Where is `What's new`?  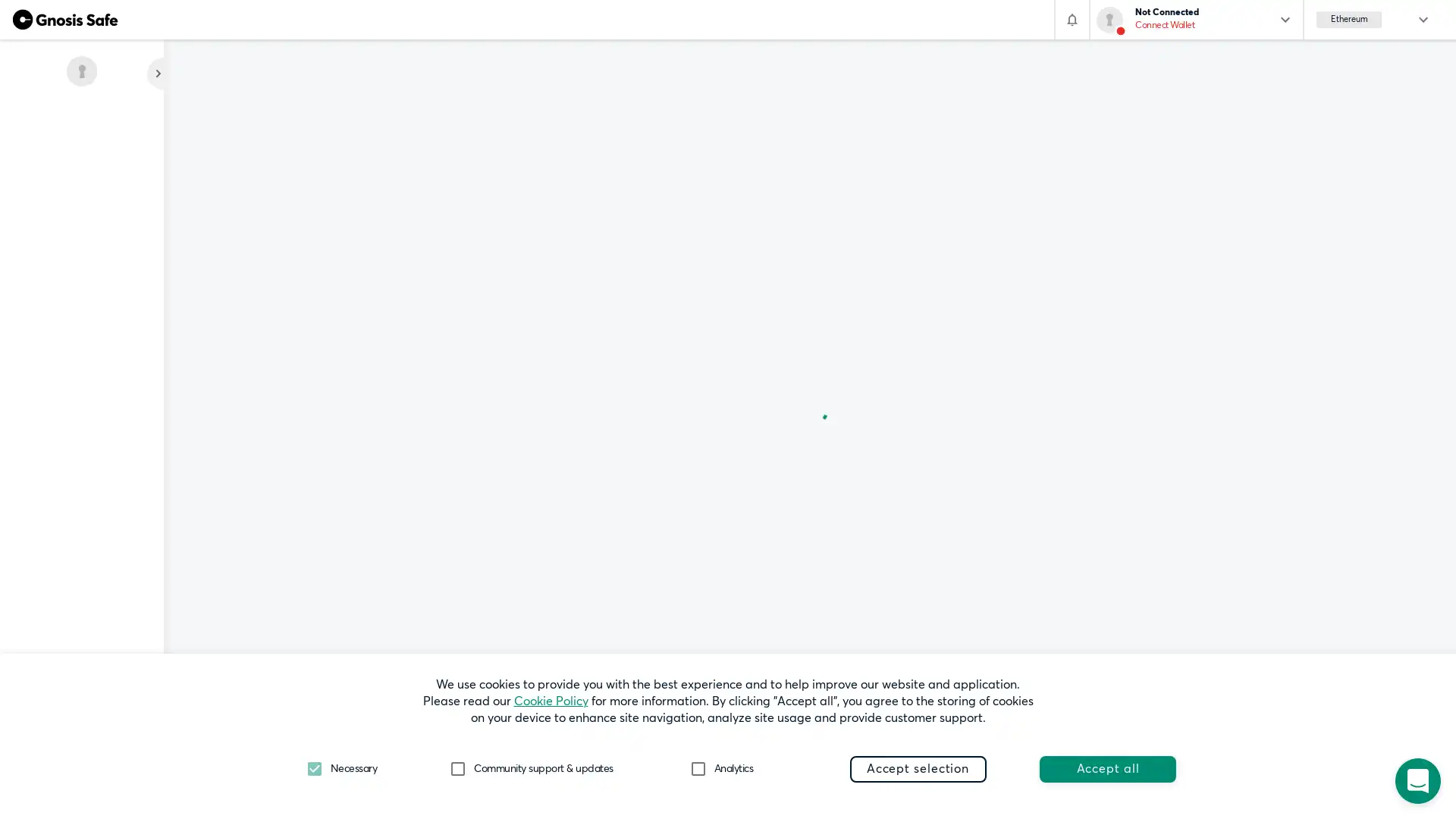 What's new is located at coordinates (81, 758).